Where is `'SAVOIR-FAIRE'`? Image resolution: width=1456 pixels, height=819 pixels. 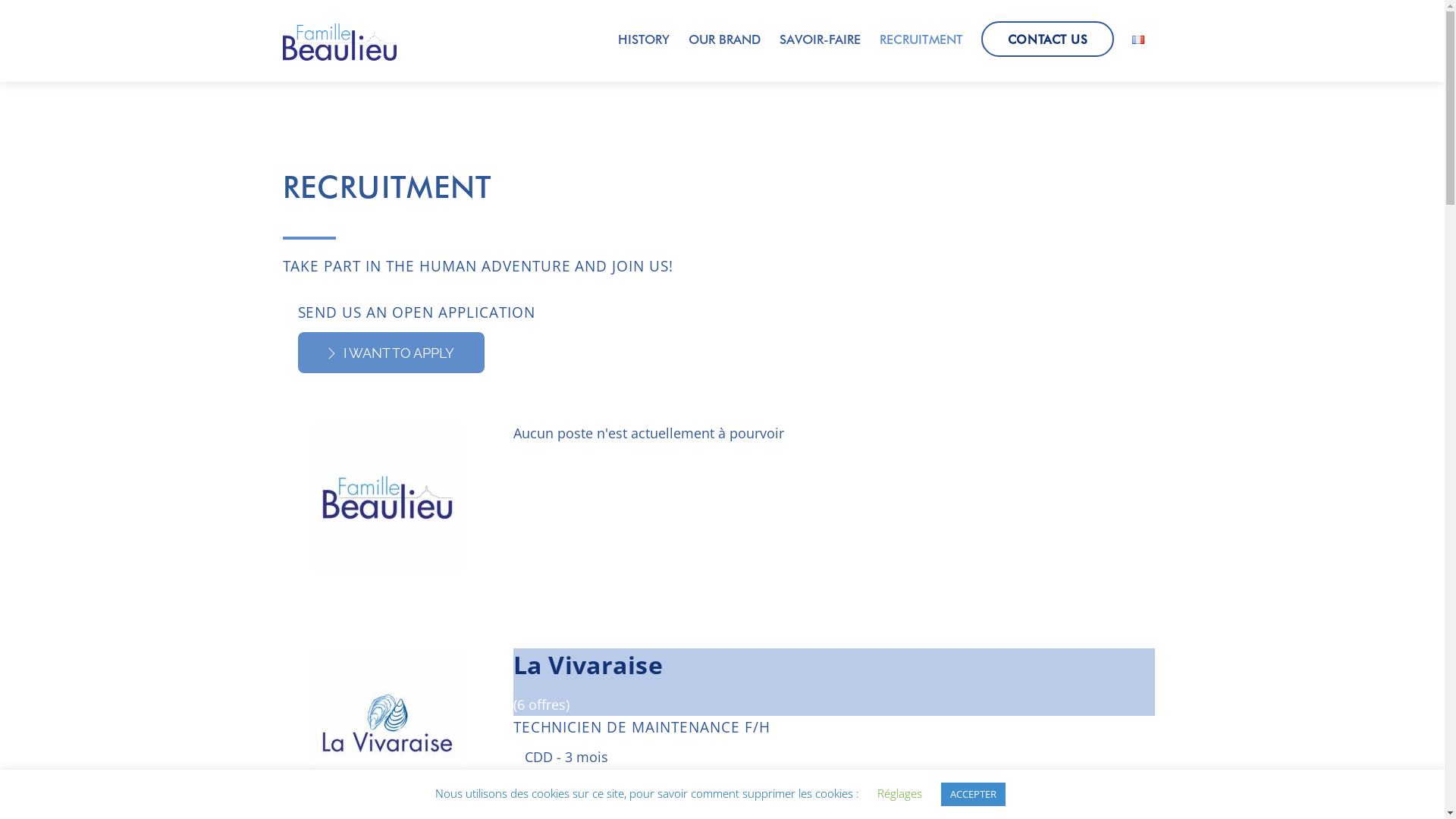 'SAVOIR-FAIRE' is located at coordinates (819, 39).